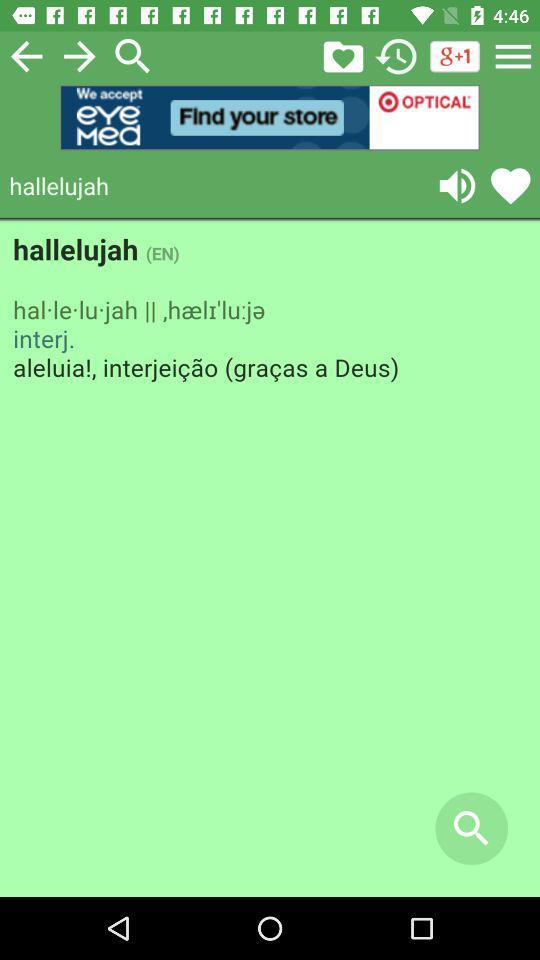 Image resolution: width=540 pixels, height=960 pixels. I want to click on to favourites, so click(510, 185).